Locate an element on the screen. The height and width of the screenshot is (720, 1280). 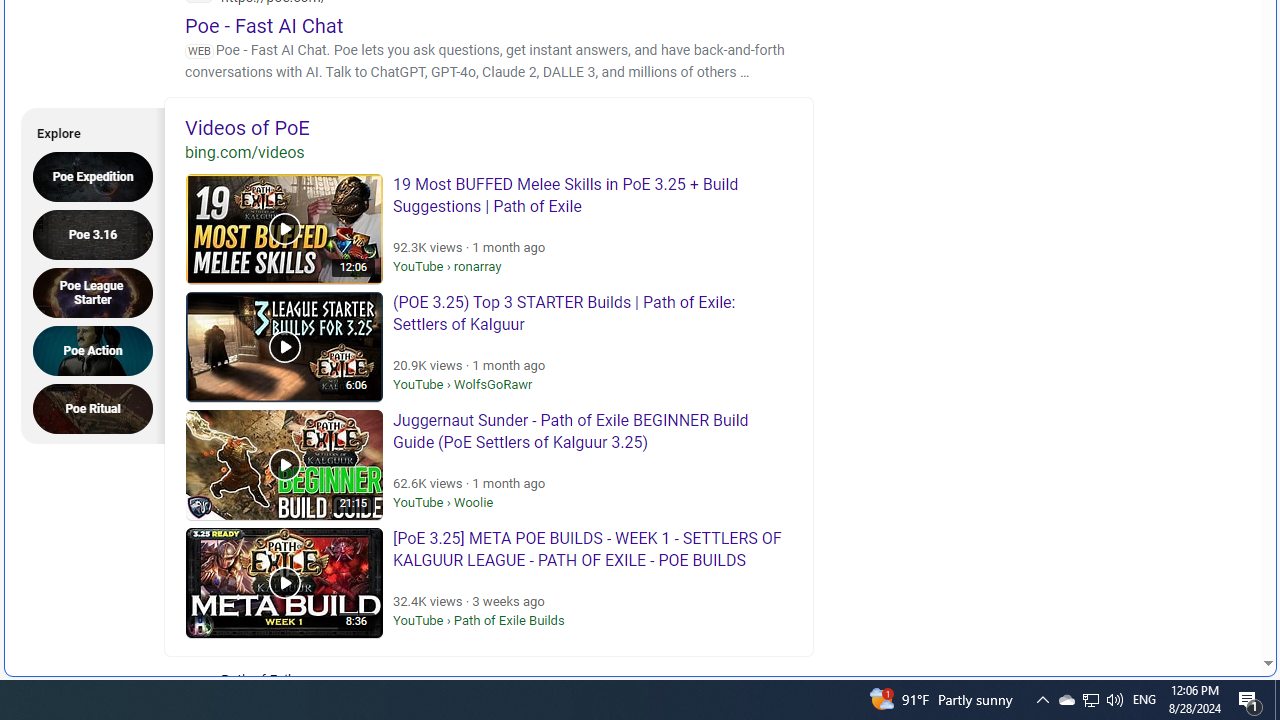
'Explore' is located at coordinates (86, 130).